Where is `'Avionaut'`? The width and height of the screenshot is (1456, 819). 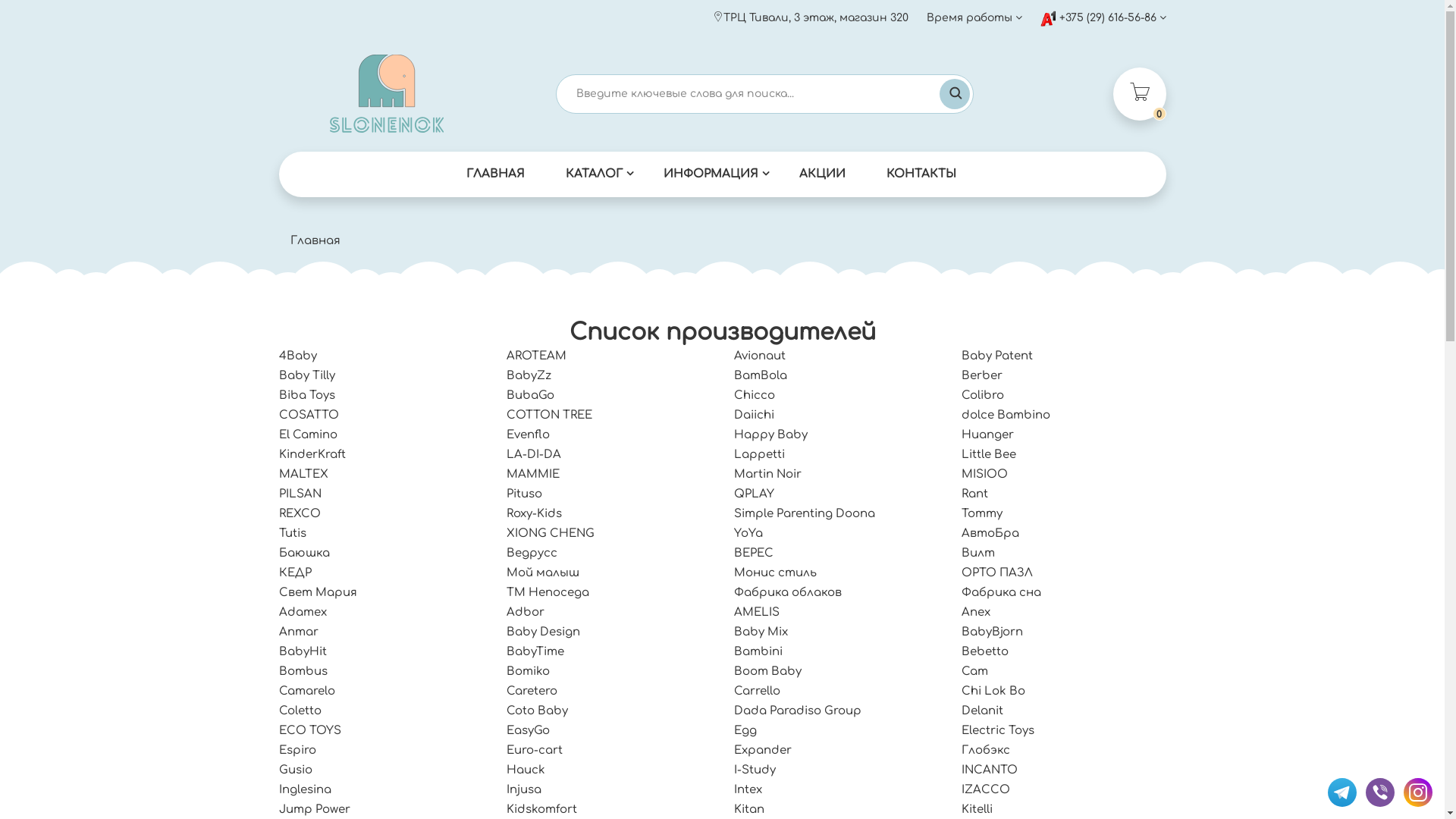
'Avionaut' is located at coordinates (760, 356).